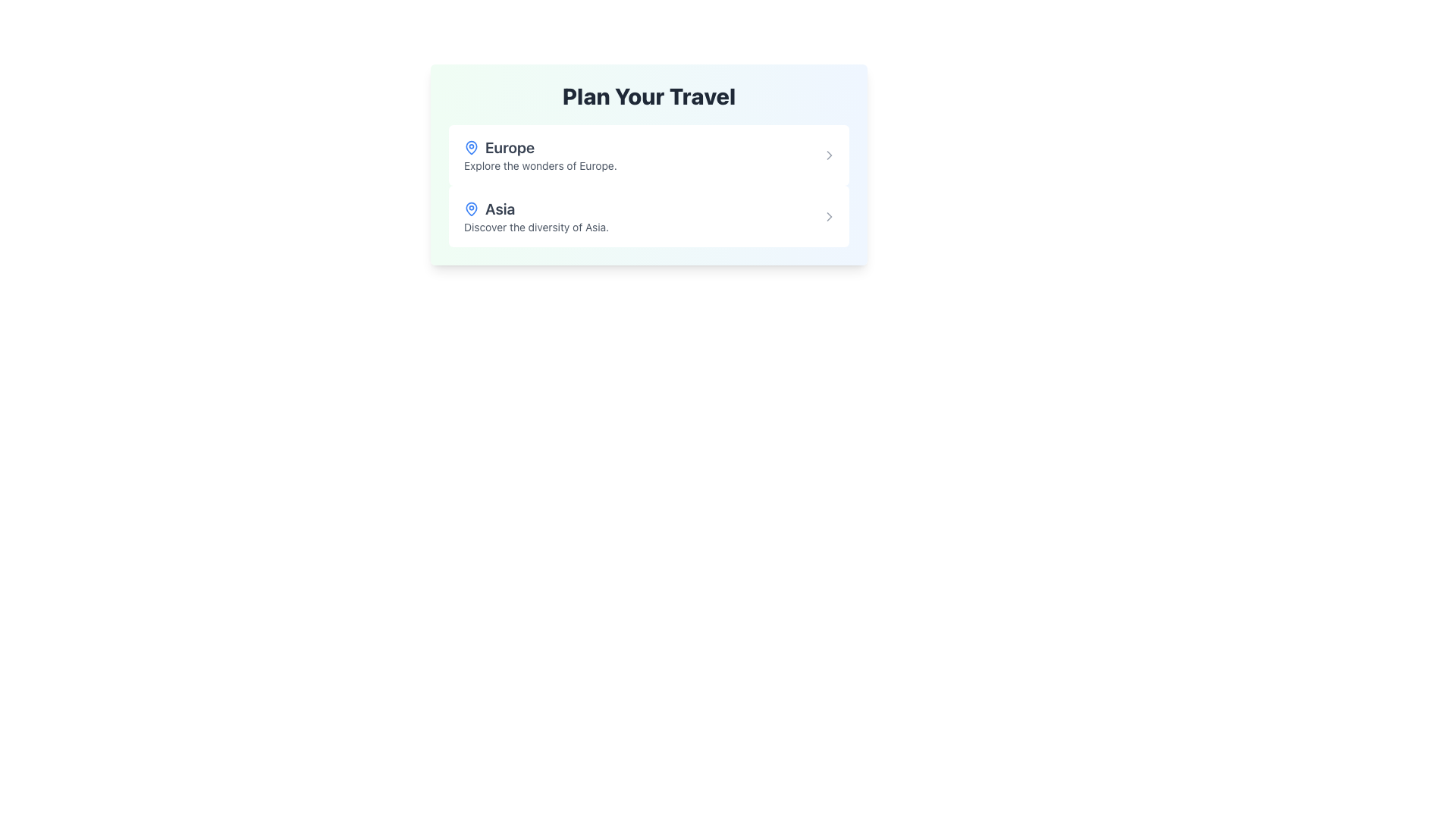 The image size is (1456, 819). Describe the element at coordinates (829, 155) in the screenshot. I see `the chevron arrow icon located to the right of the 'Europe' option` at that location.